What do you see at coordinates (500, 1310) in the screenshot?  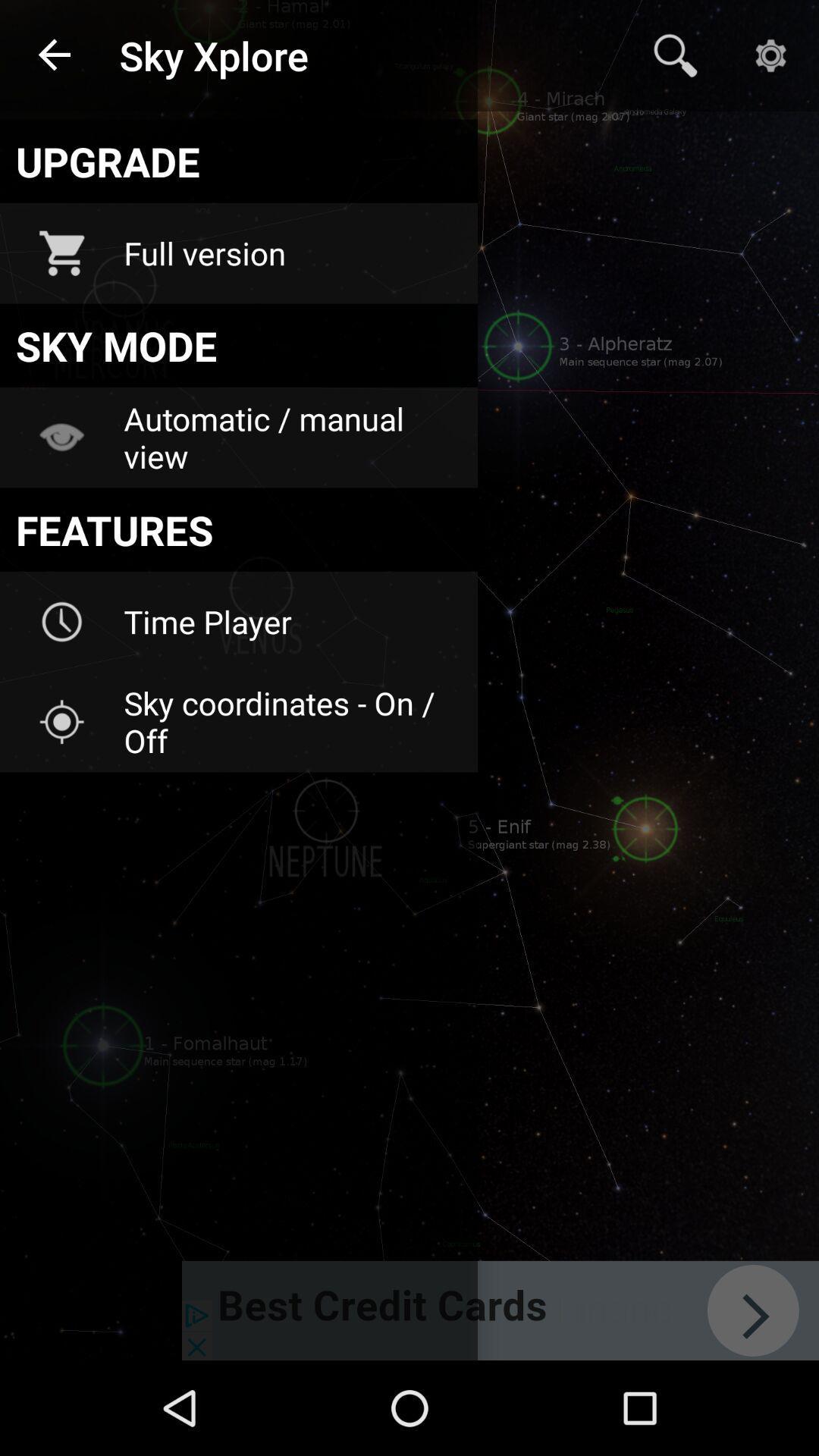 I see `item below the sky coordinates on icon` at bounding box center [500, 1310].